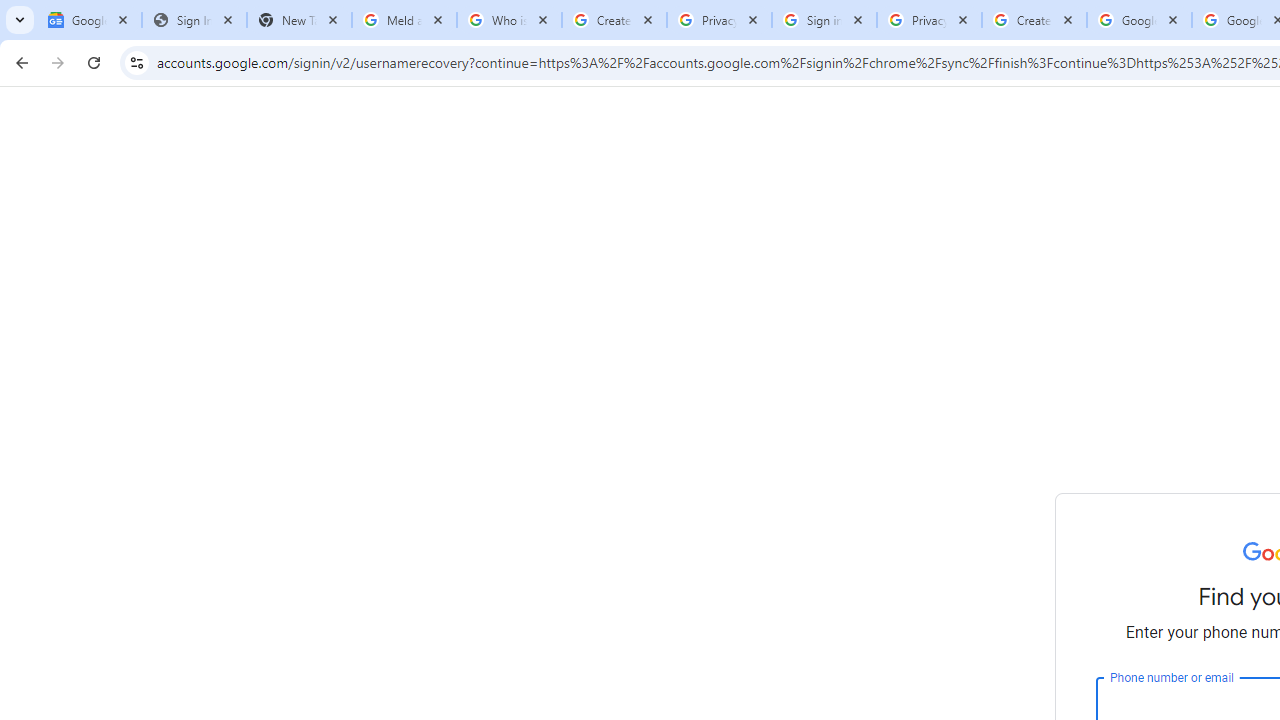 This screenshot has width=1280, height=720. I want to click on 'Create your Google Account', so click(1034, 20).